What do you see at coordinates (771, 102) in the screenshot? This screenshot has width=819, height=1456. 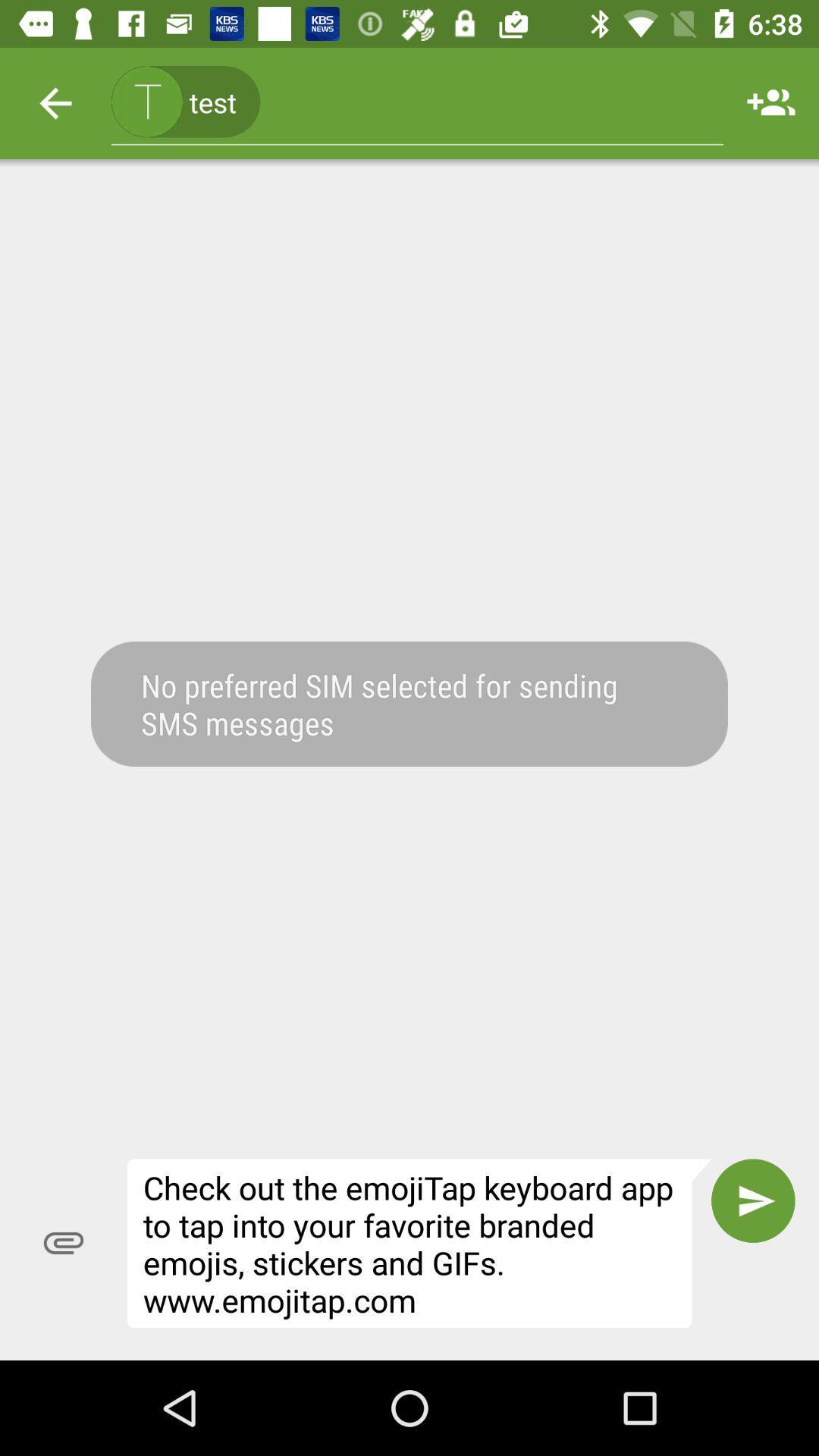 I see `icon to the right of the (415) 123-4567,  icon` at bounding box center [771, 102].